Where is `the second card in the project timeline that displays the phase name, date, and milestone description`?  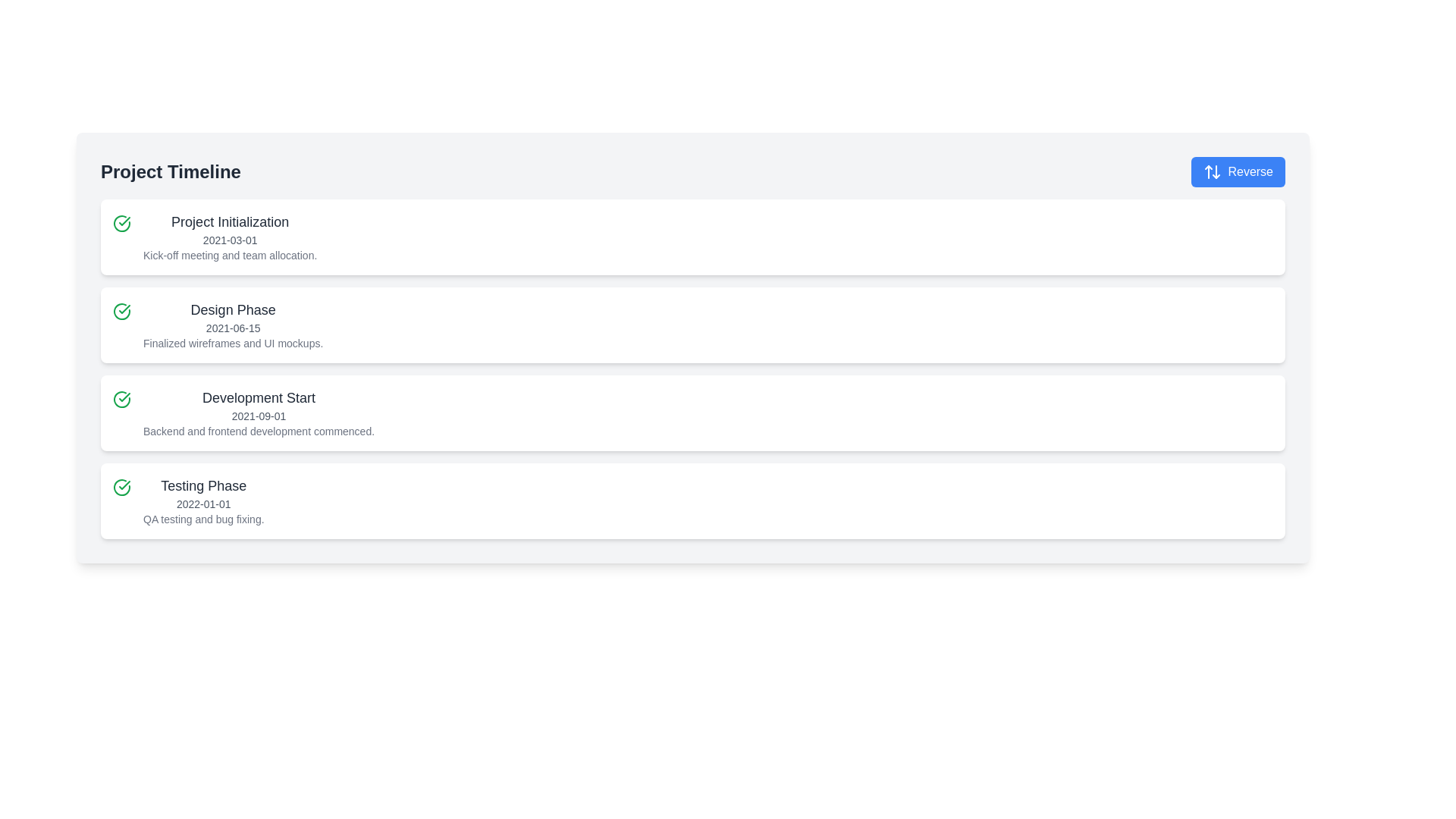
the second card in the project timeline that displays the phase name, date, and milestone description is located at coordinates (232, 324).